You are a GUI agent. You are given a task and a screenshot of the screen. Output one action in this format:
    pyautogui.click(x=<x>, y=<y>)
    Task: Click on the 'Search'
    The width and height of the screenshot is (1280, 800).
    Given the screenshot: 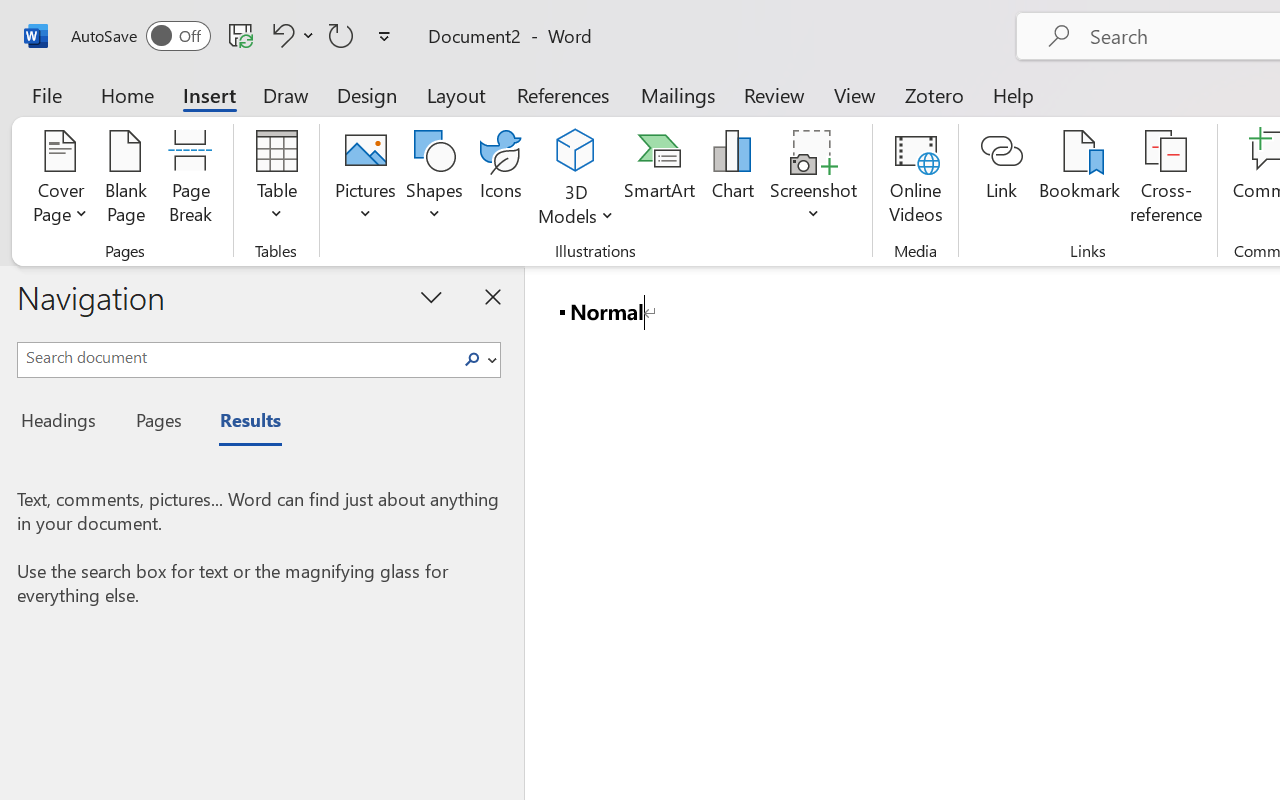 What is the action you would take?
    pyautogui.click(x=471, y=360)
    